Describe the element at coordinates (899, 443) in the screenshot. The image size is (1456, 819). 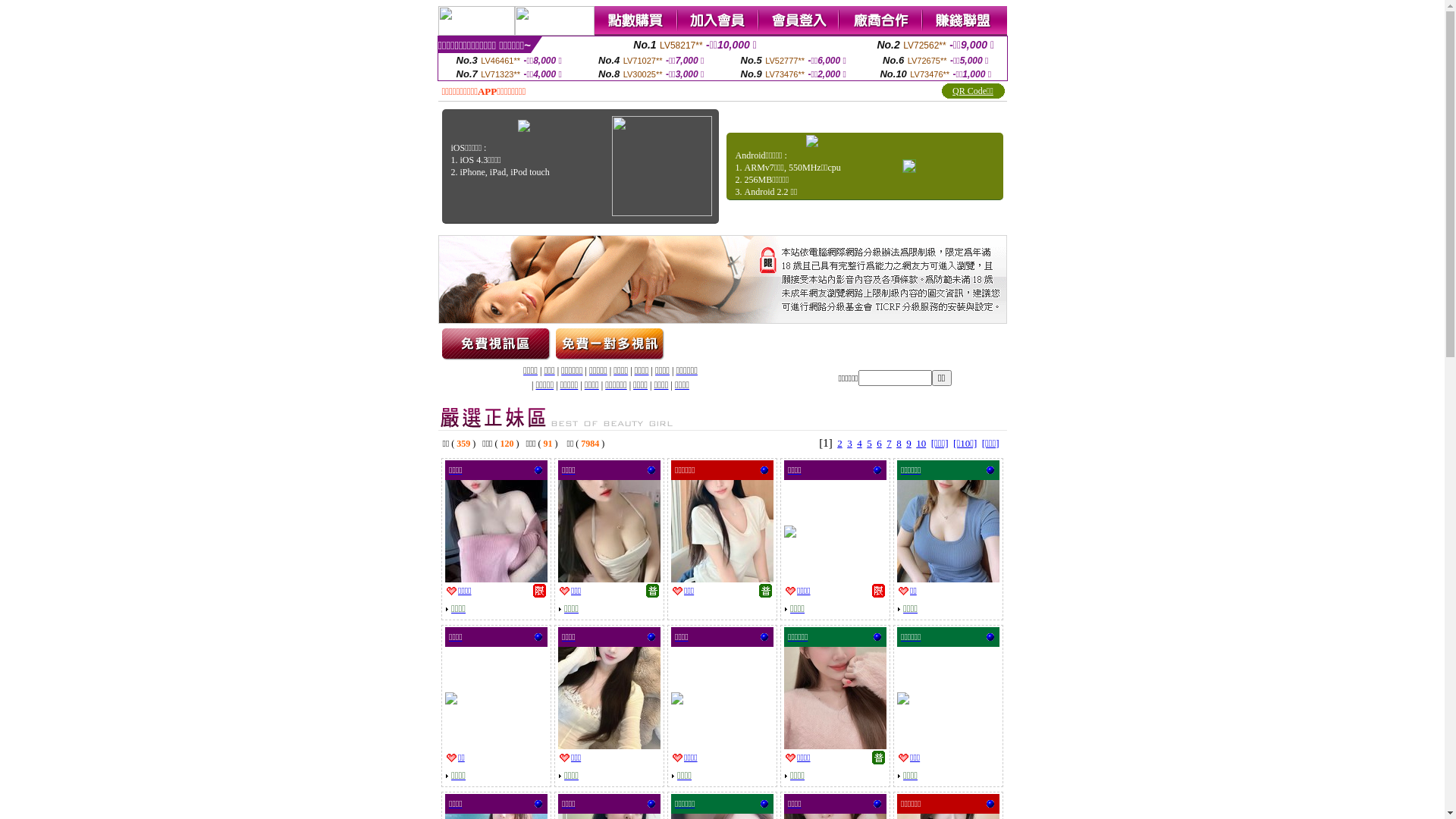
I see `'8'` at that location.